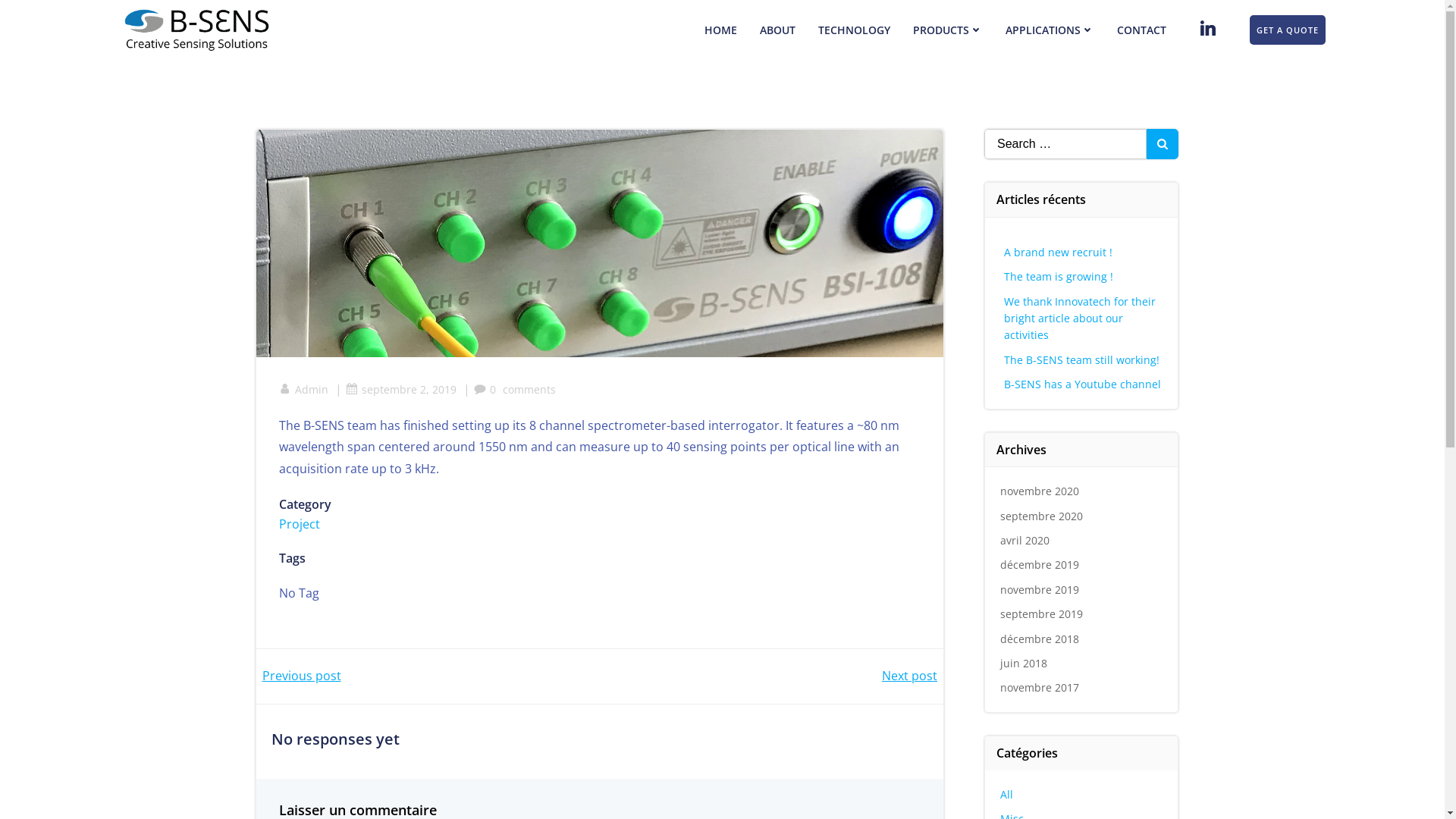 Image resolution: width=1456 pixels, height=819 pixels. Describe the element at coordinates (1039, 588) in the screenshot. I see `'novembre 2019'` at that location.